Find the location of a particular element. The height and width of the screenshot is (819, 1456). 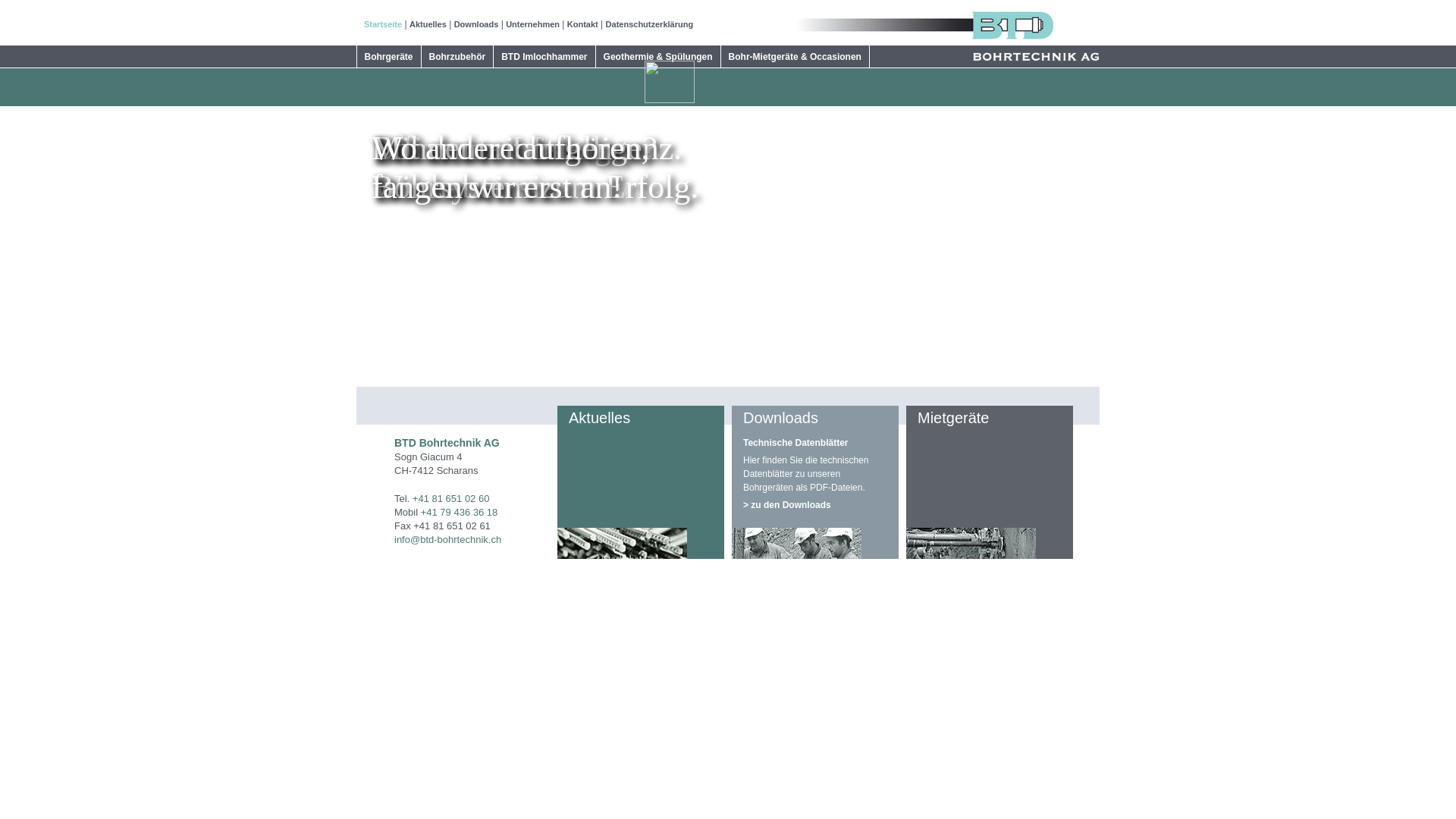

'Startseite' is located at coordinates (382, 24).